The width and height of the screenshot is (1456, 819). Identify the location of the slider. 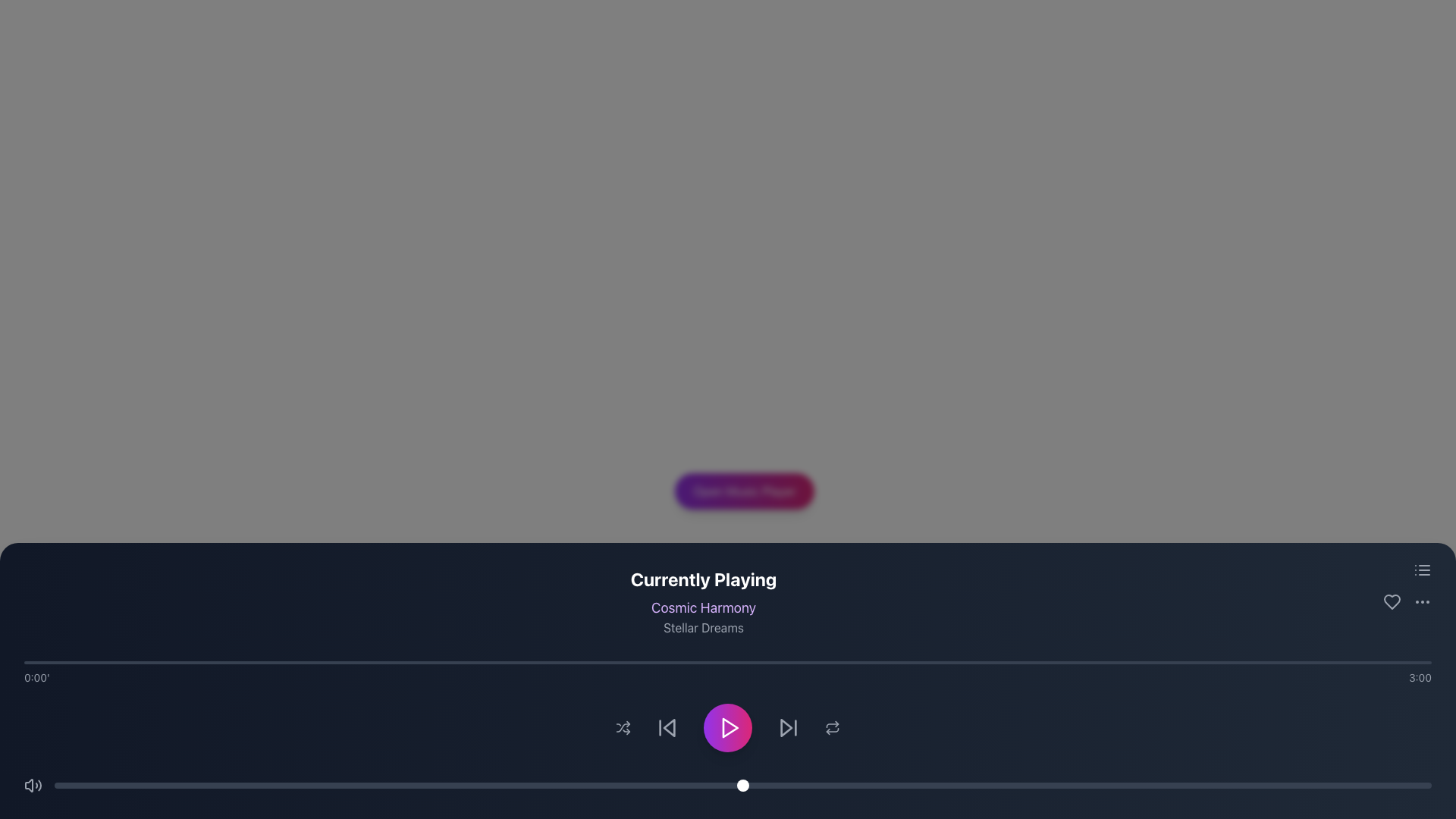
(55, 785).